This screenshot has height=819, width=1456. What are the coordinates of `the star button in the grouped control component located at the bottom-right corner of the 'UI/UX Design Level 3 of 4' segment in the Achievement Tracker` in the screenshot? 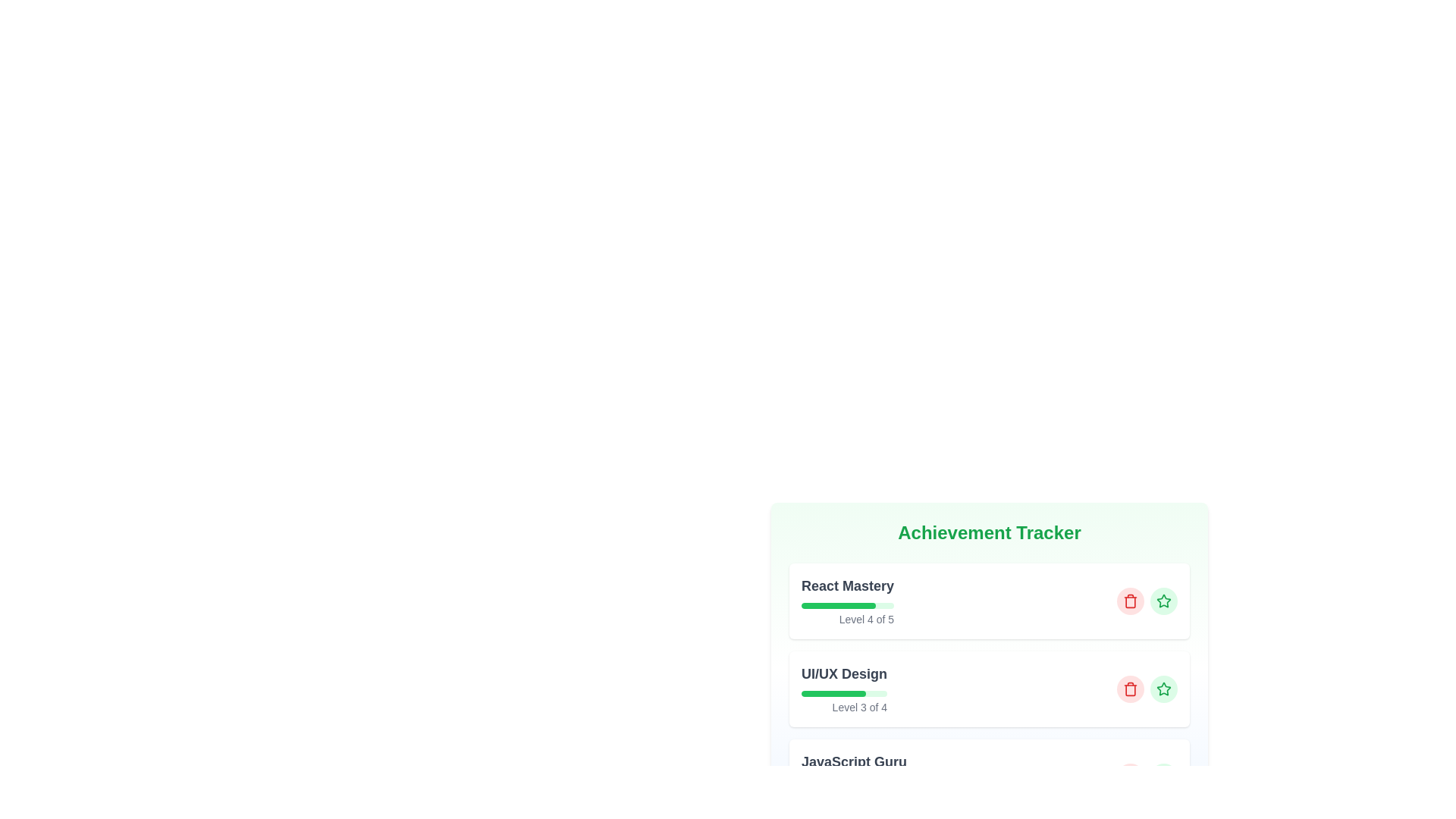 It's located at (1147, 689).